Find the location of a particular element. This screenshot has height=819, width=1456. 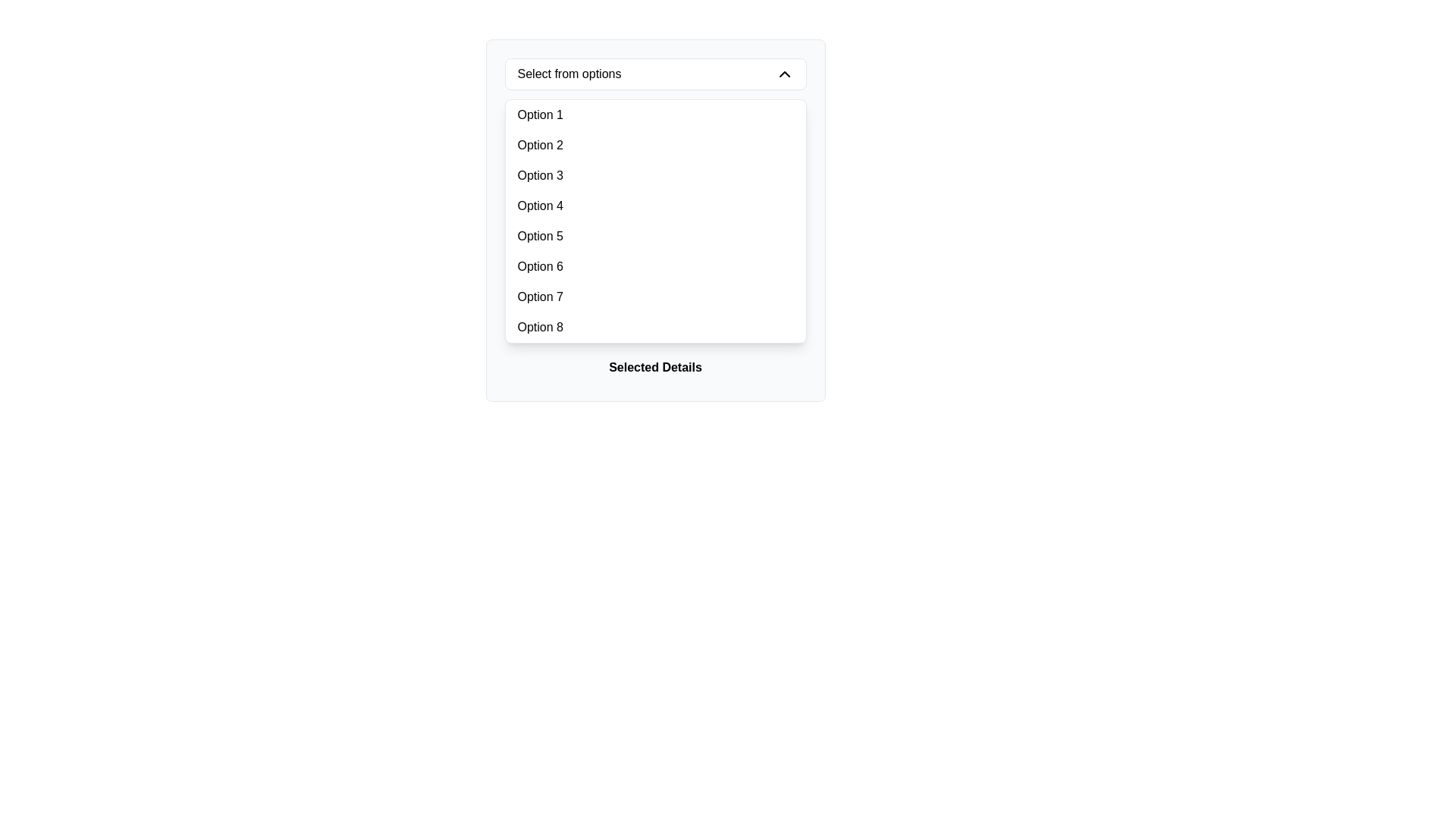

the selectable item labeled 'Option 8' in the dropdown list is located at coordinates (655, 327).